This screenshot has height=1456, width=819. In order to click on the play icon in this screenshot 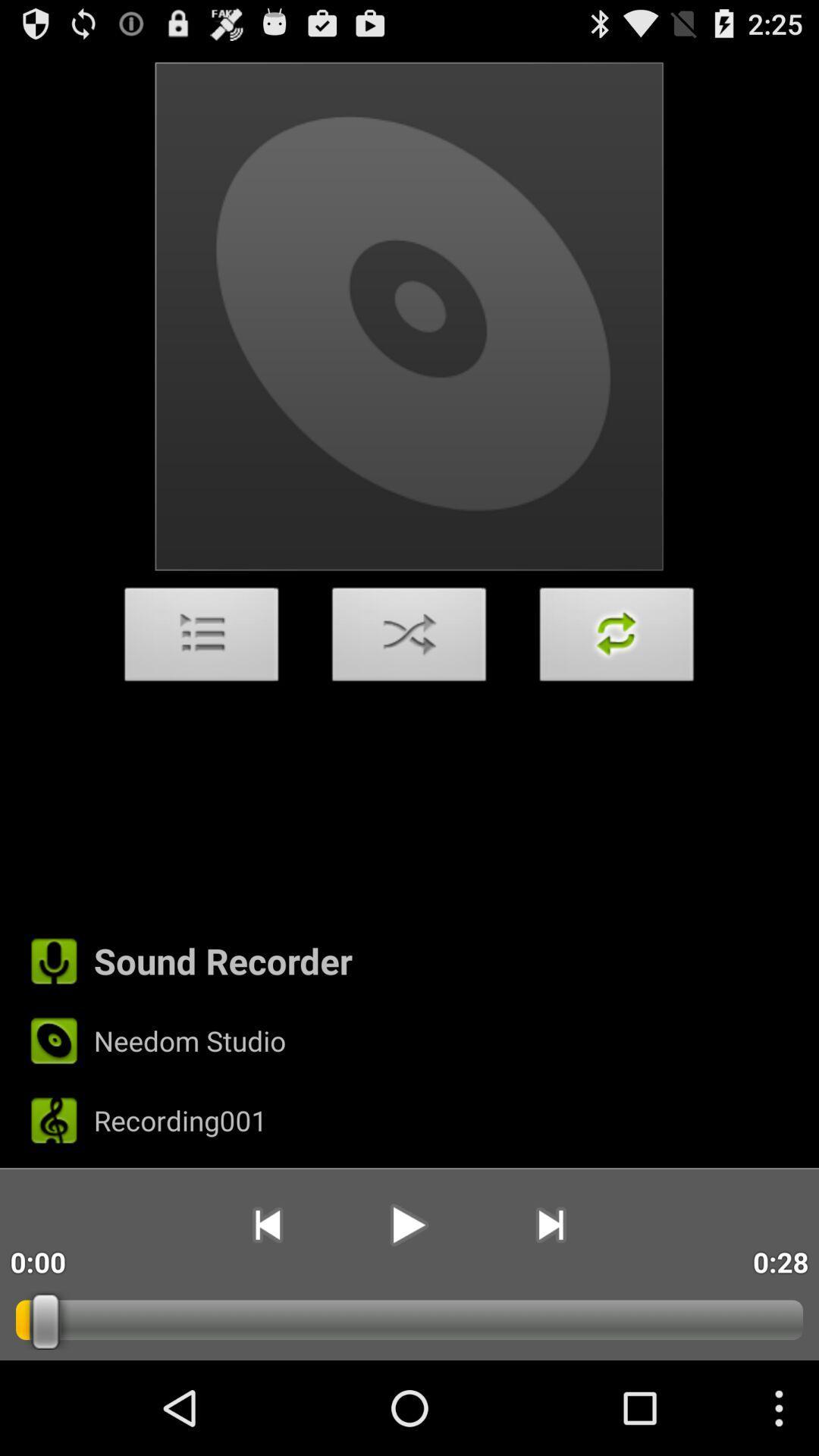, I will do `click(408, 1310)`.